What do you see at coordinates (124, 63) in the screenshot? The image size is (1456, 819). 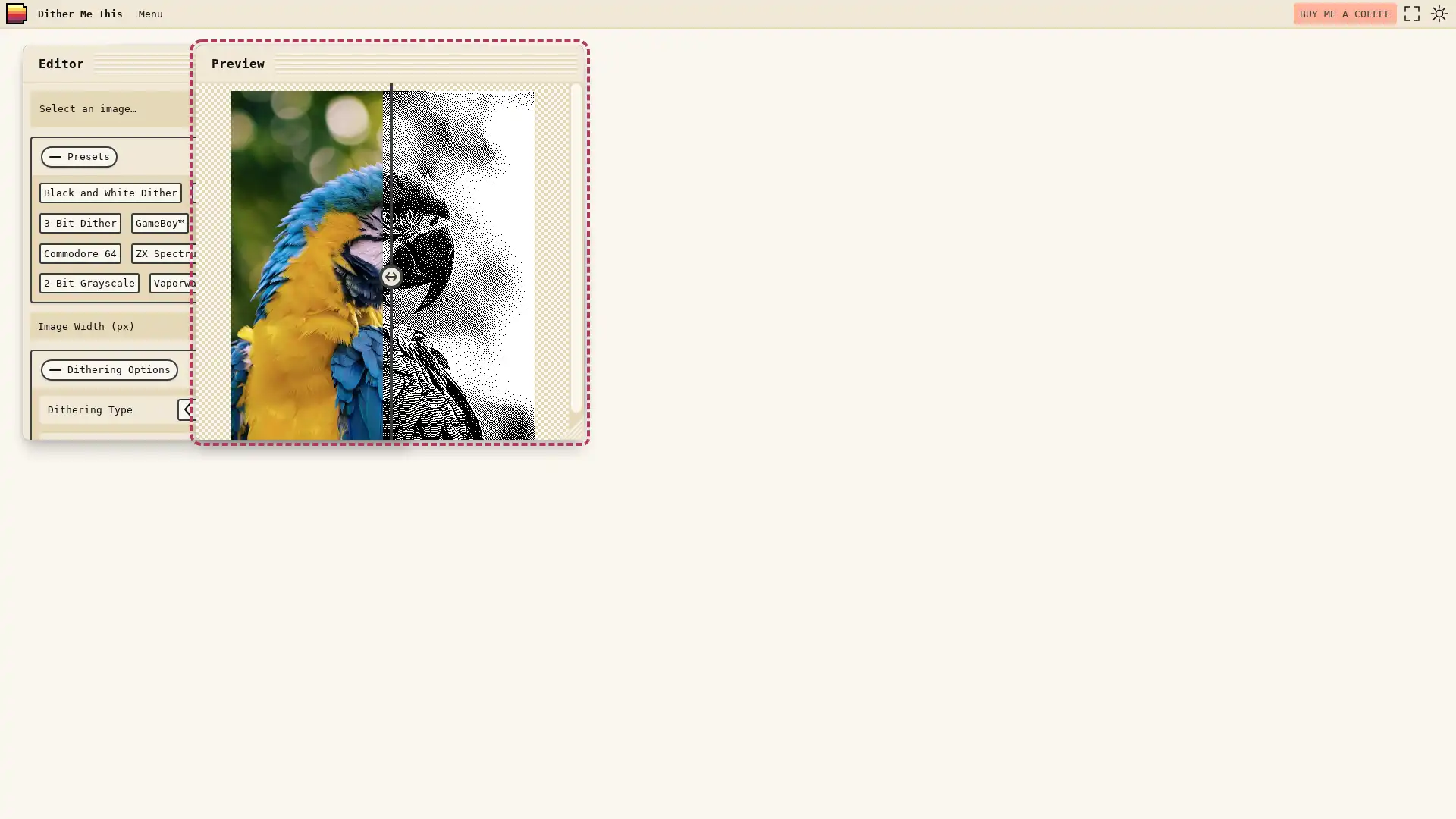 I see `close window` at bounding box center [124, 63].